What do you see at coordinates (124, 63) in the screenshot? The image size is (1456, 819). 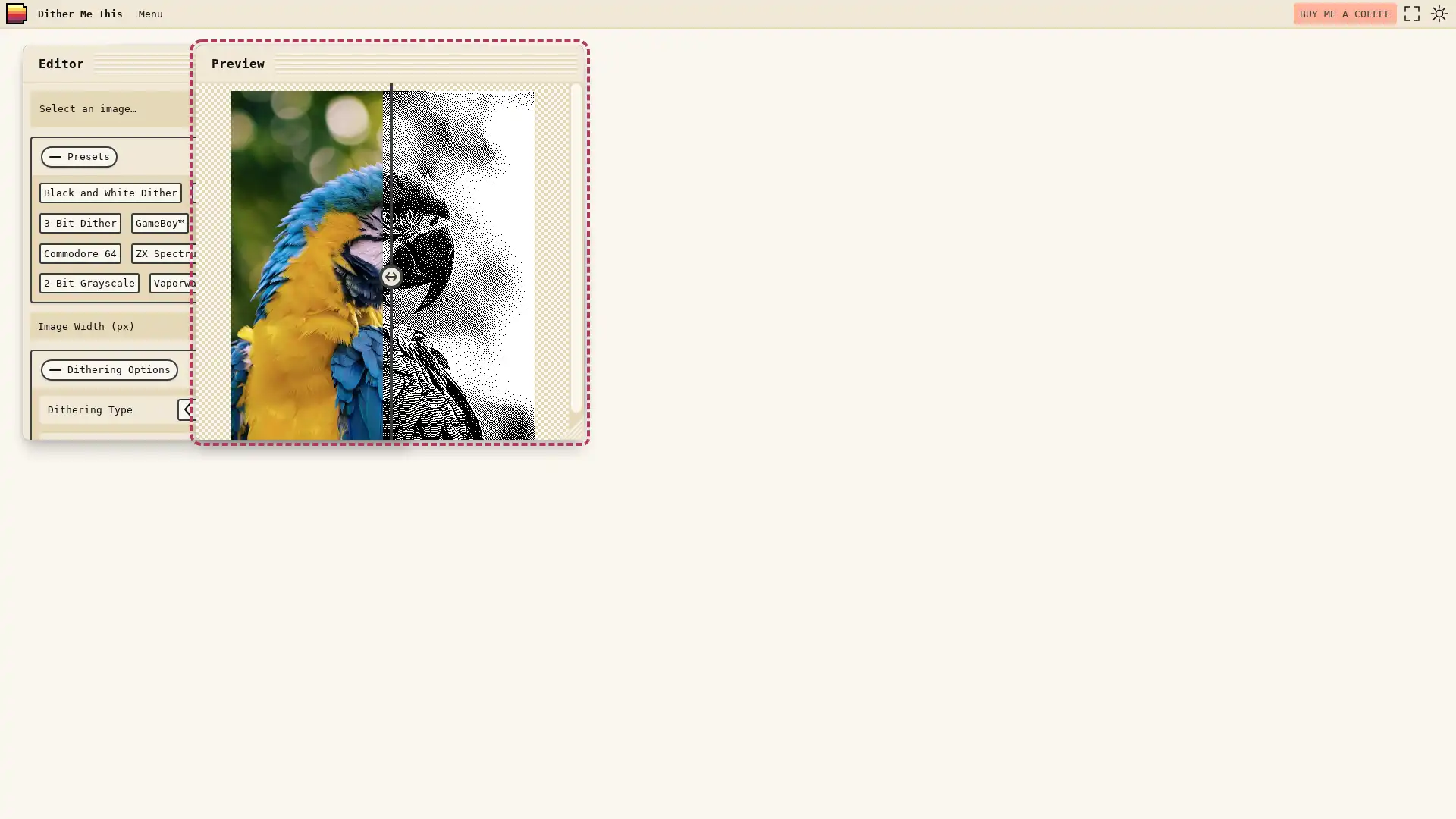 I see `close window` at bounding box center [124, 63].